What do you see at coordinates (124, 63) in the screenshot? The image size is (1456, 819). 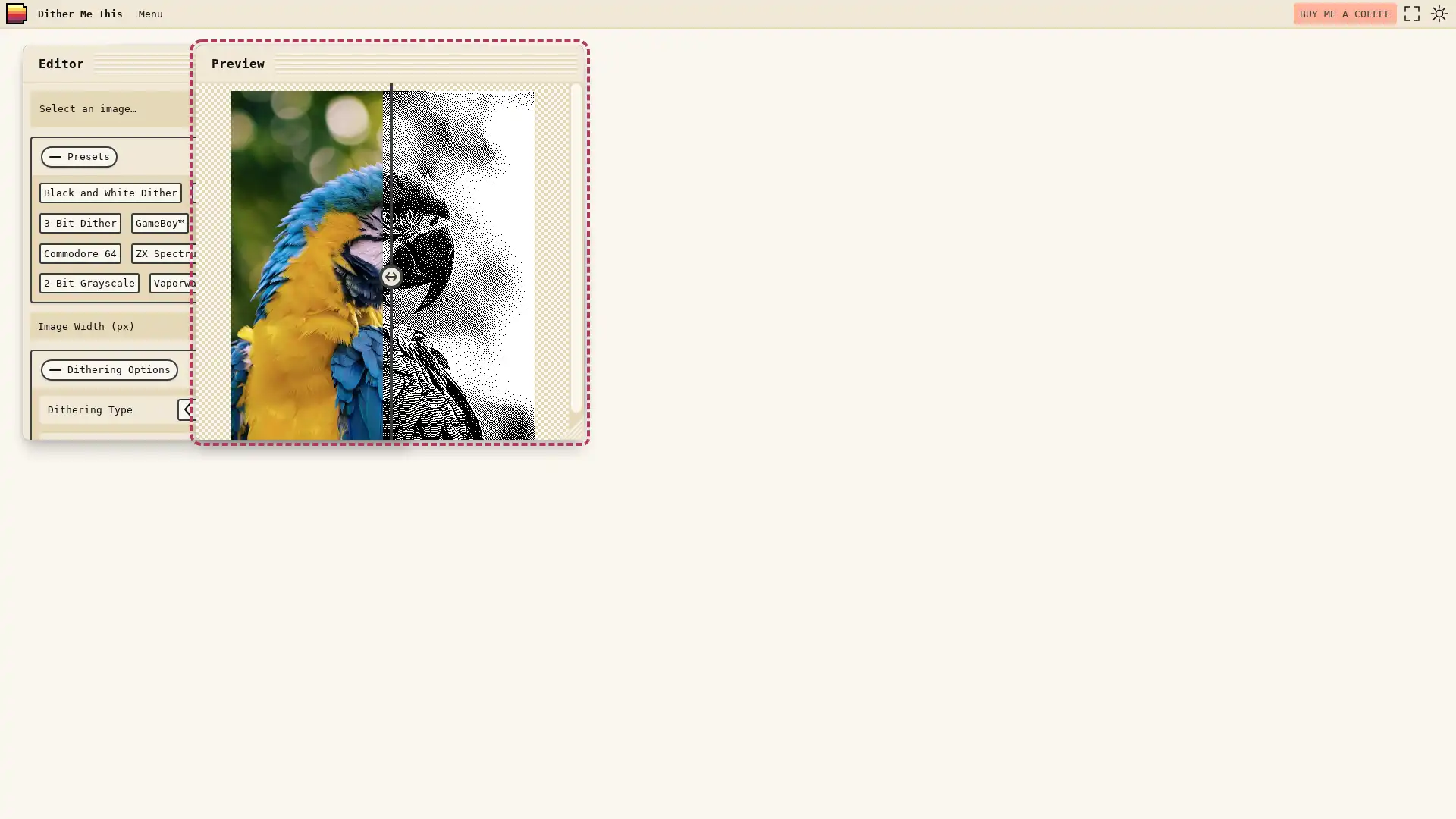 I see `close window` at bounding box center [124, 63].